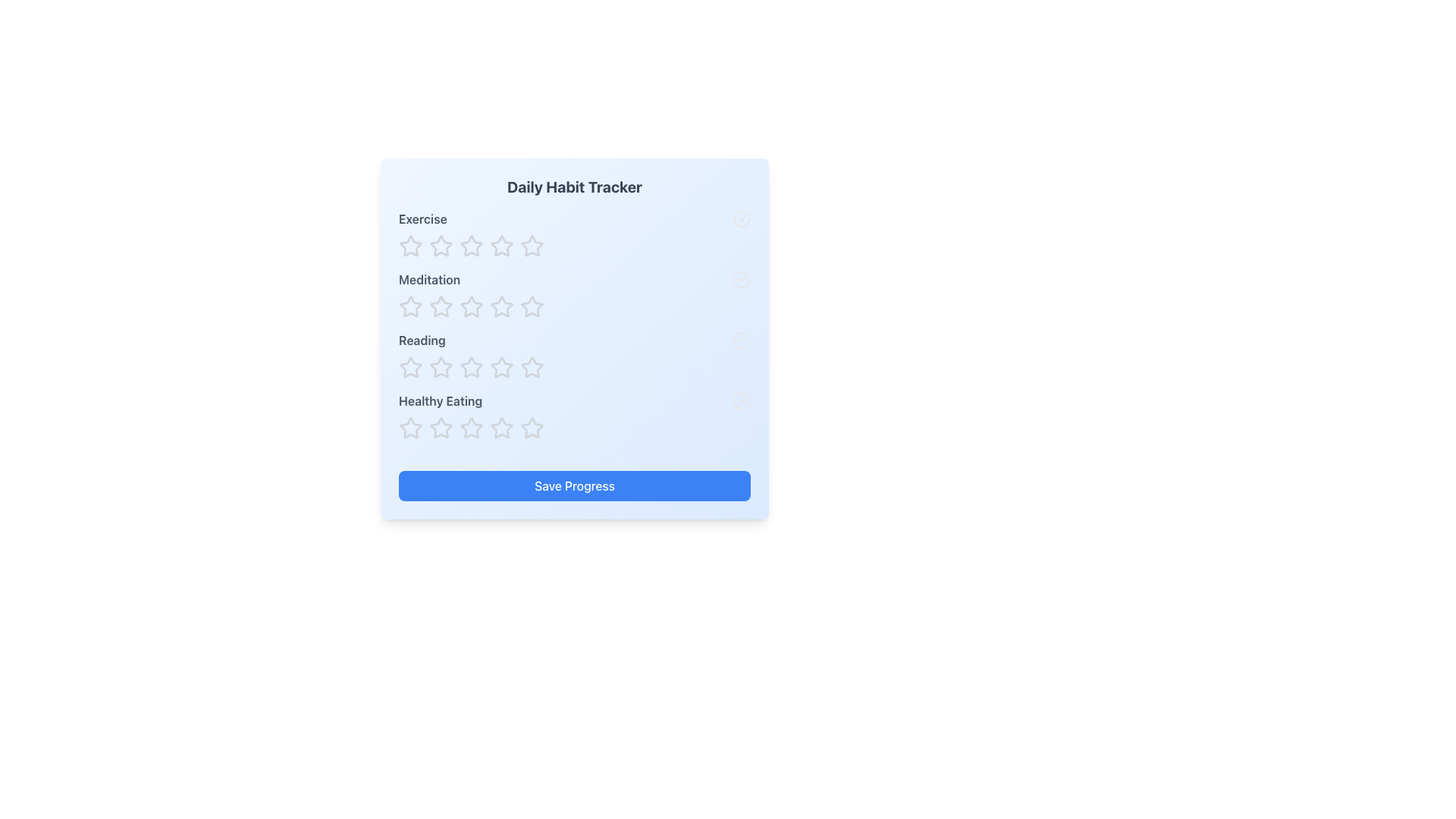  Describe the element at coordinates (471, 307) in the screenshot. I see `the fourth star icon in the rating component for the 'Meditation' category on the 'Daily Habit Tracker' interface` at that location.